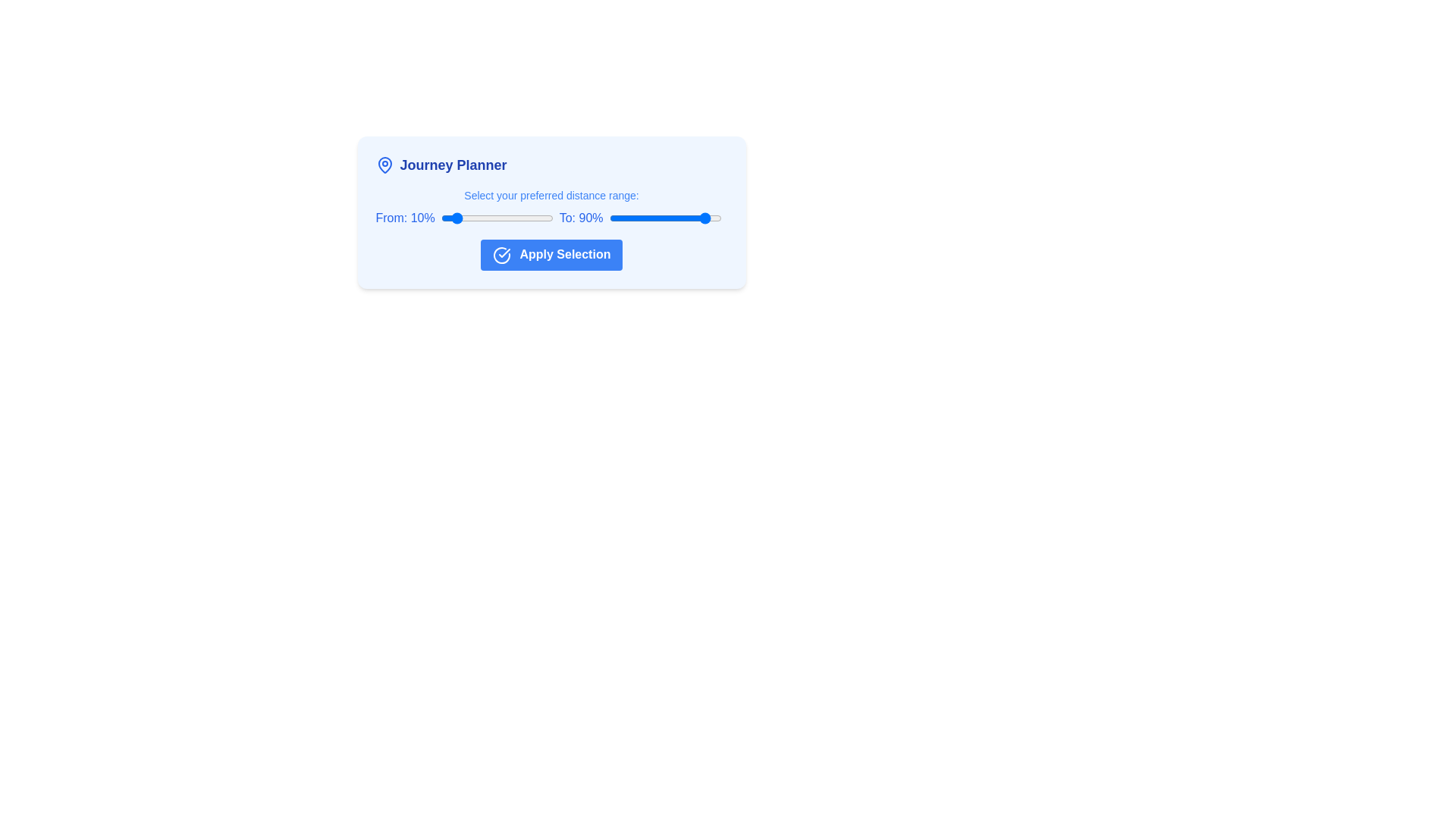 The width and height of the screenshot is (1456, 819). I want to click on the track of the range slider labeled 'From: 10% To: 90%' to move the thumb, which is currently set at 10%, so click(497, 218).